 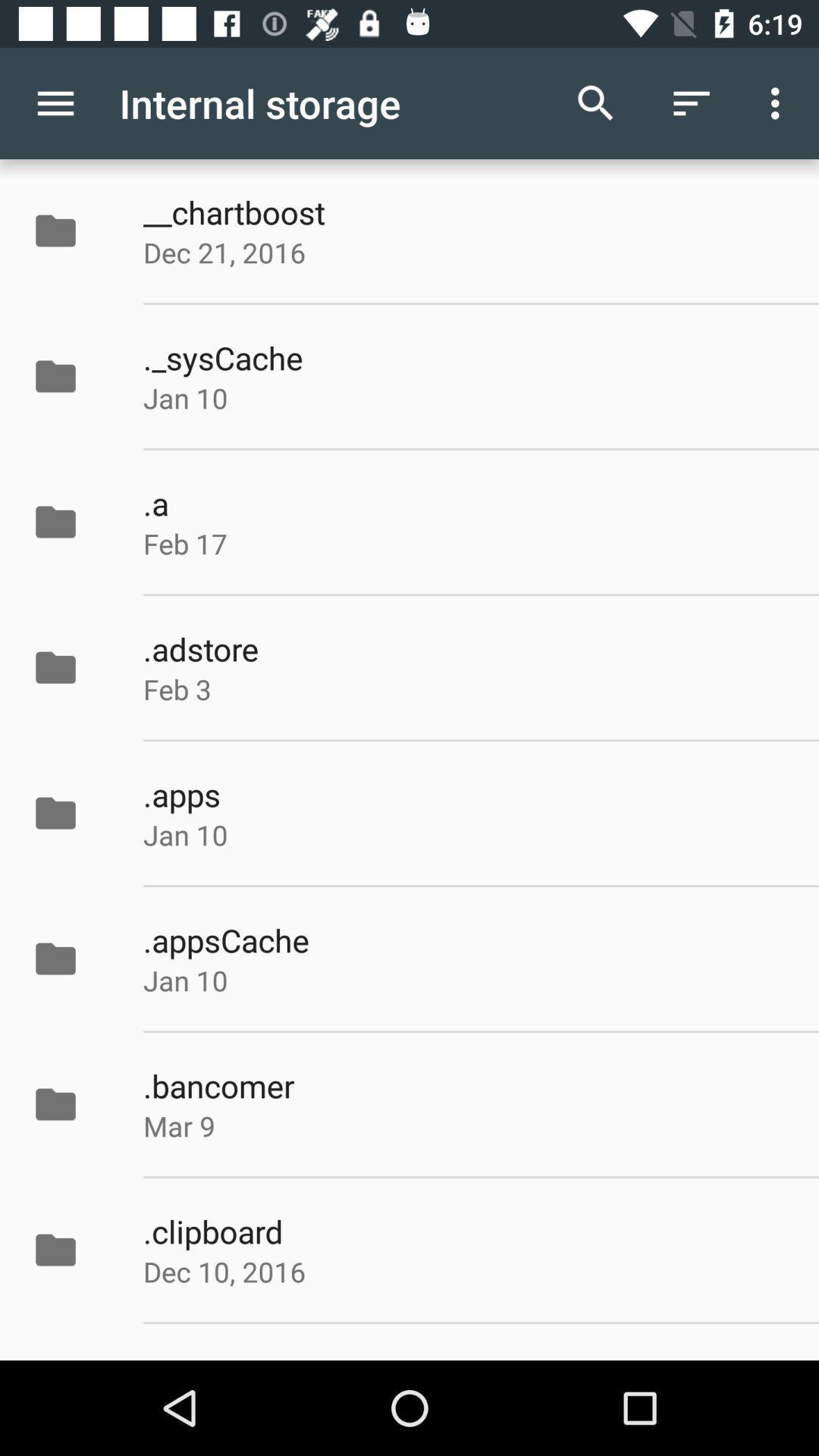 What do you see at coordinates (71, 522) in the screenshot?
I see `icon left to the text feb 17` at bounding box center [71, 522].